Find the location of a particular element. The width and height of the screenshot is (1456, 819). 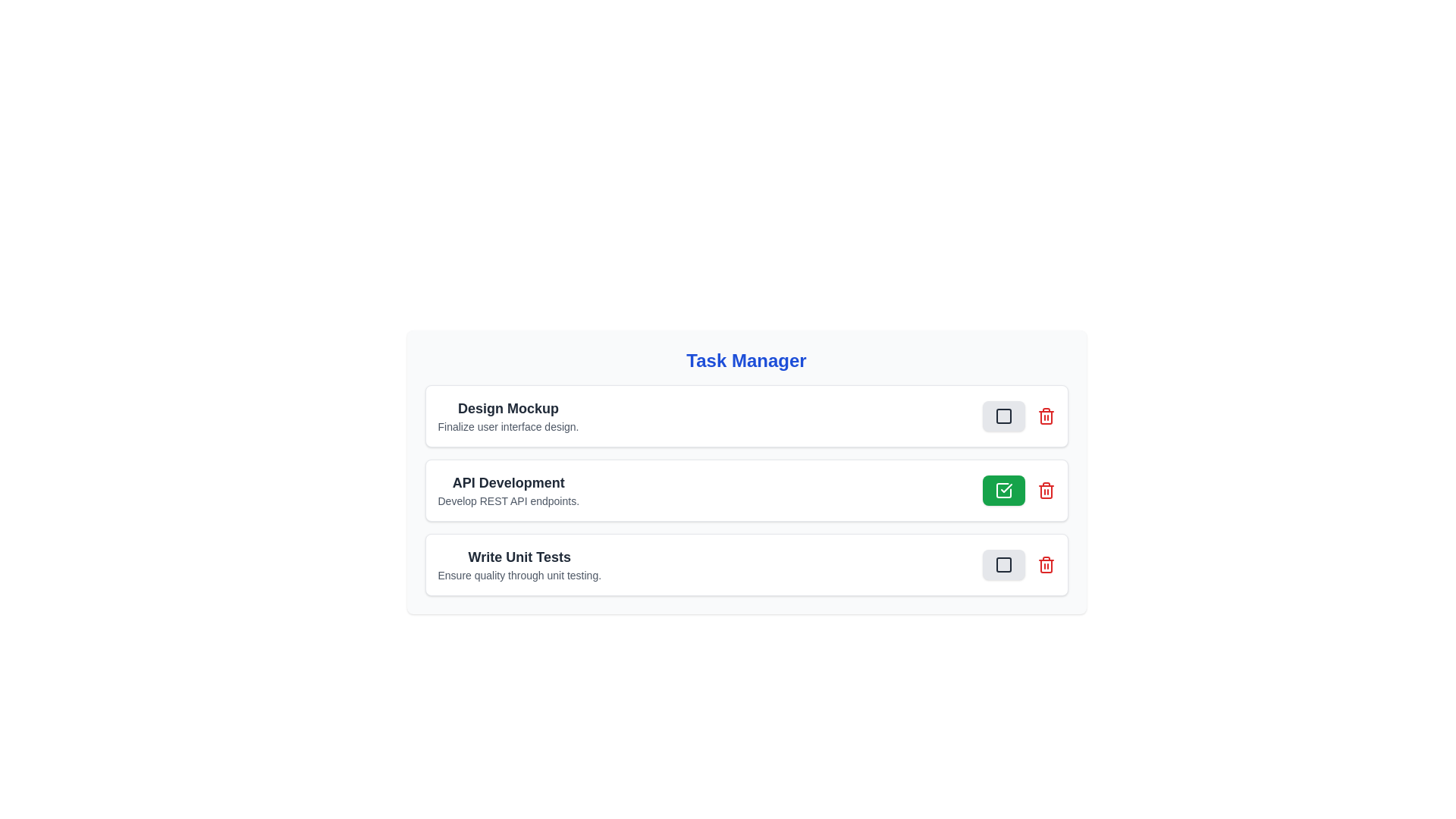

text content of the task entry component, which is the second item in a vertical list of tasks in the task manager interface is located at coordinates (508, 491).